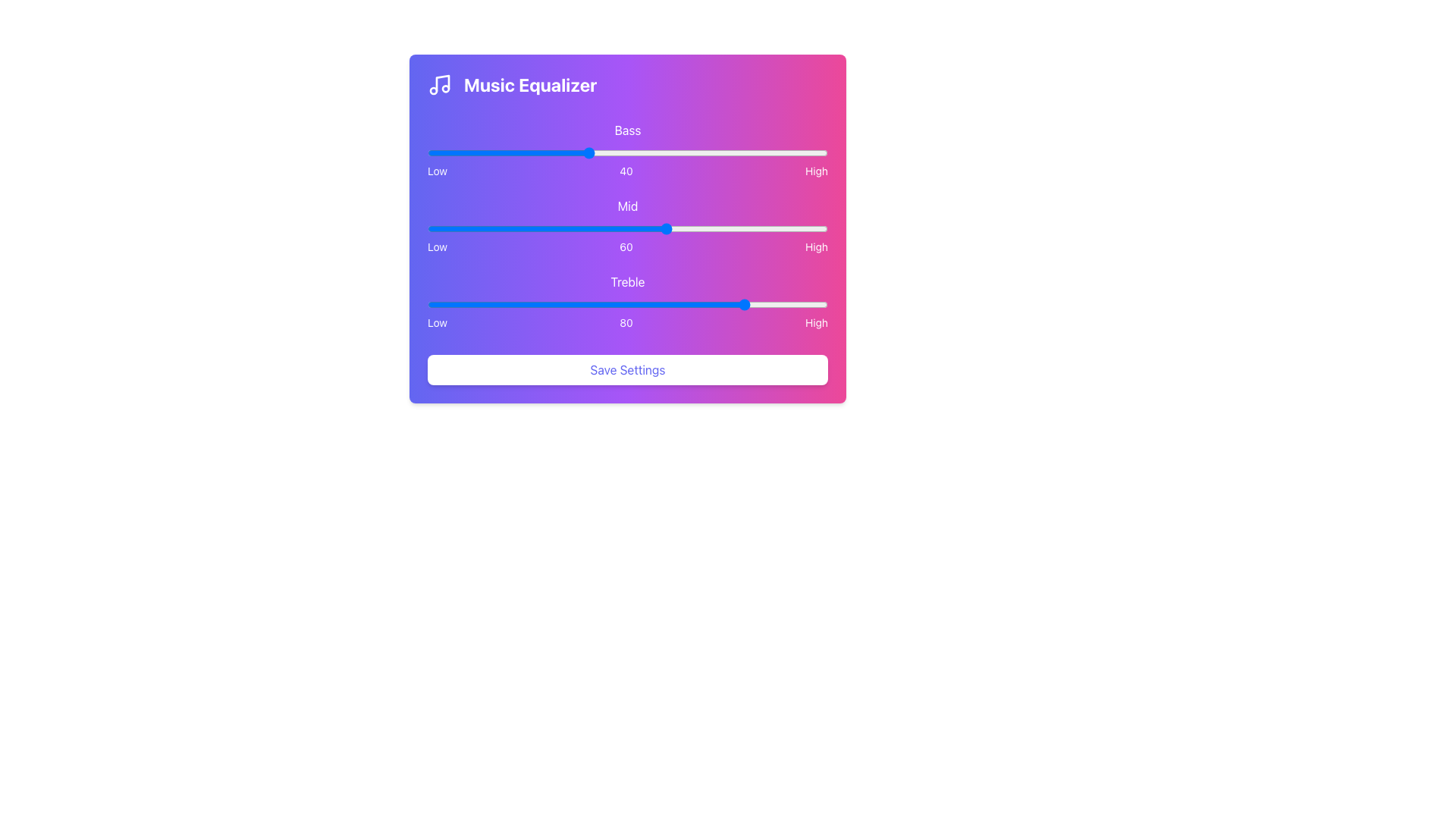 The height and width of the screenshot is (819, 1456). Describe the element at coordinates (519, 152) in the screenshot. I see `the bass level` at that location.